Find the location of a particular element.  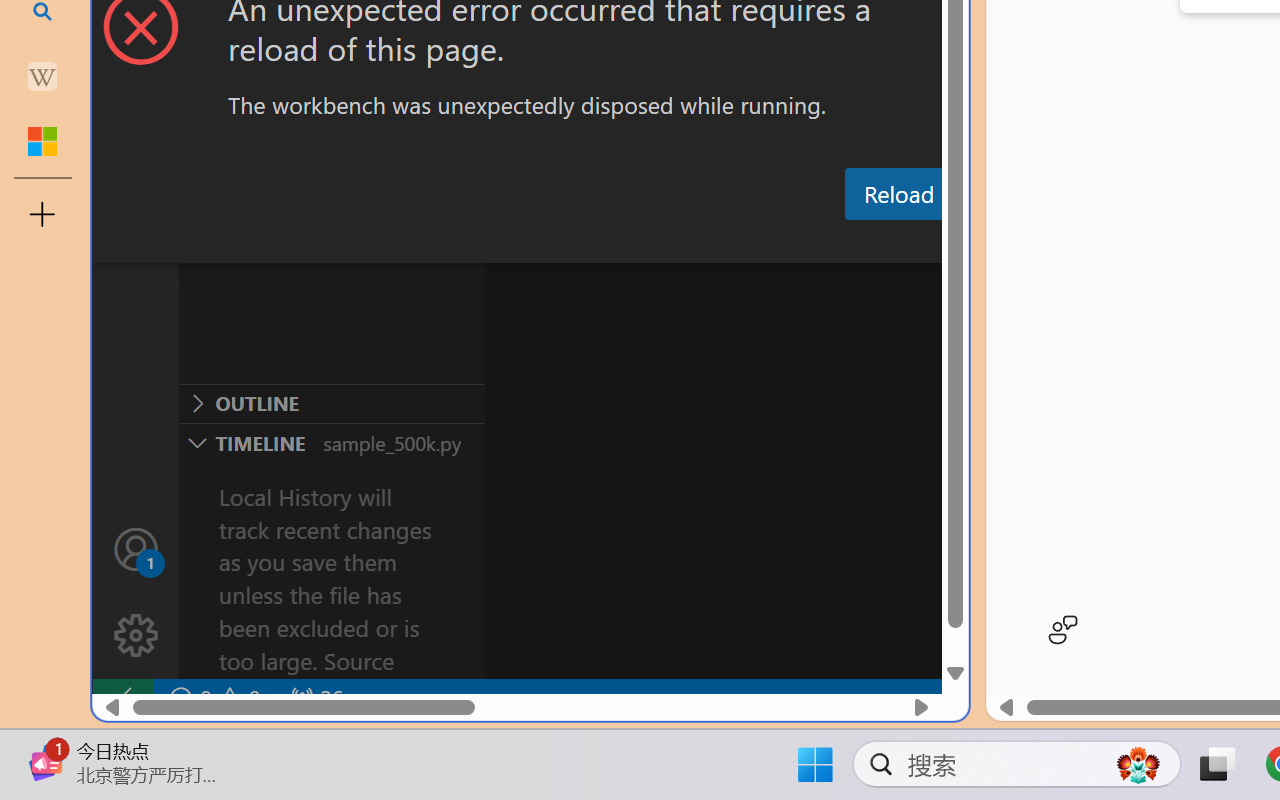

'No Problems' is located at coordinates (213, 698).